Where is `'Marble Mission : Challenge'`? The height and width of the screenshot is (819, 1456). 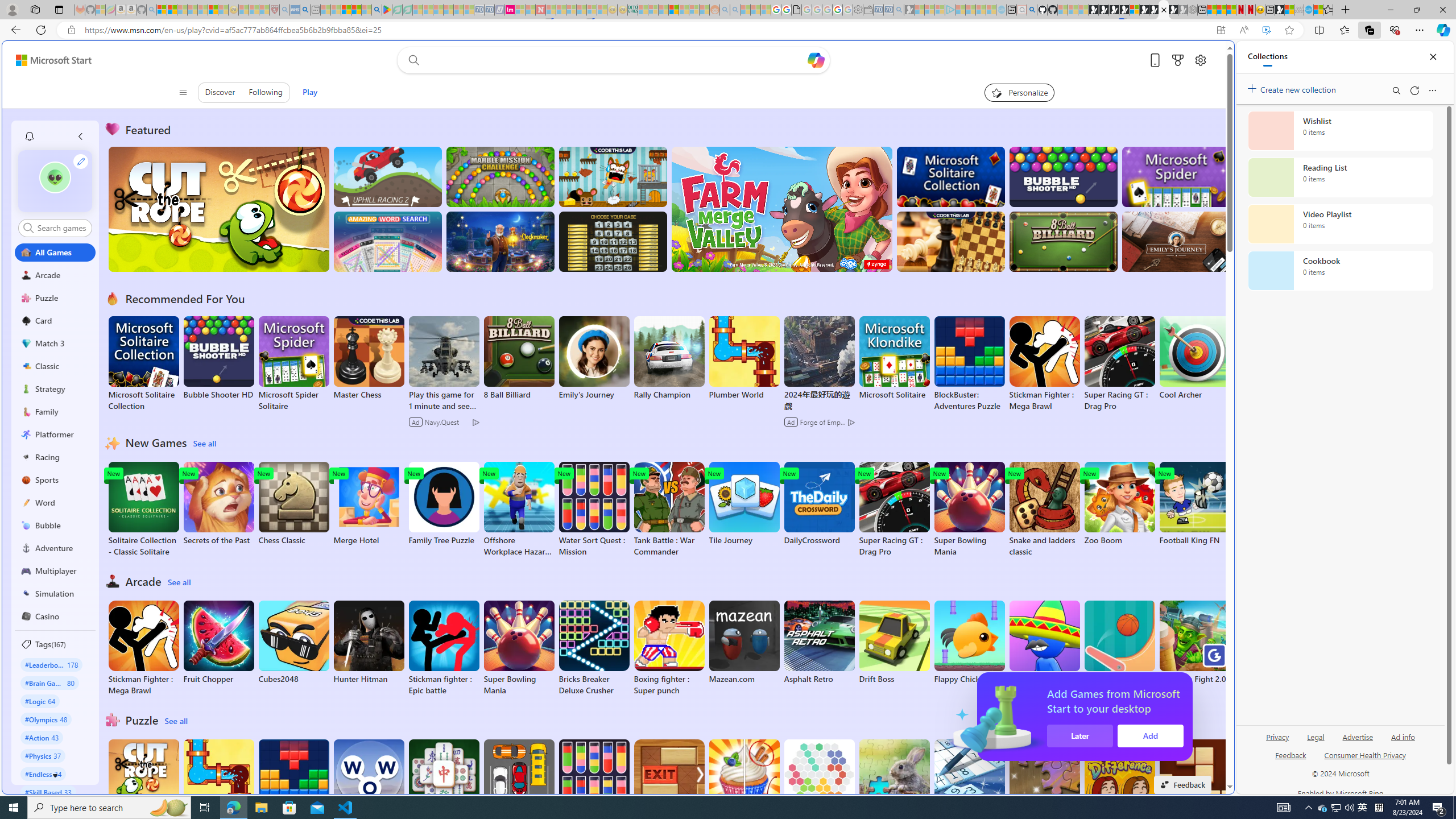 'Marble Mission : Challenge' is located at coordinates (500, 176).